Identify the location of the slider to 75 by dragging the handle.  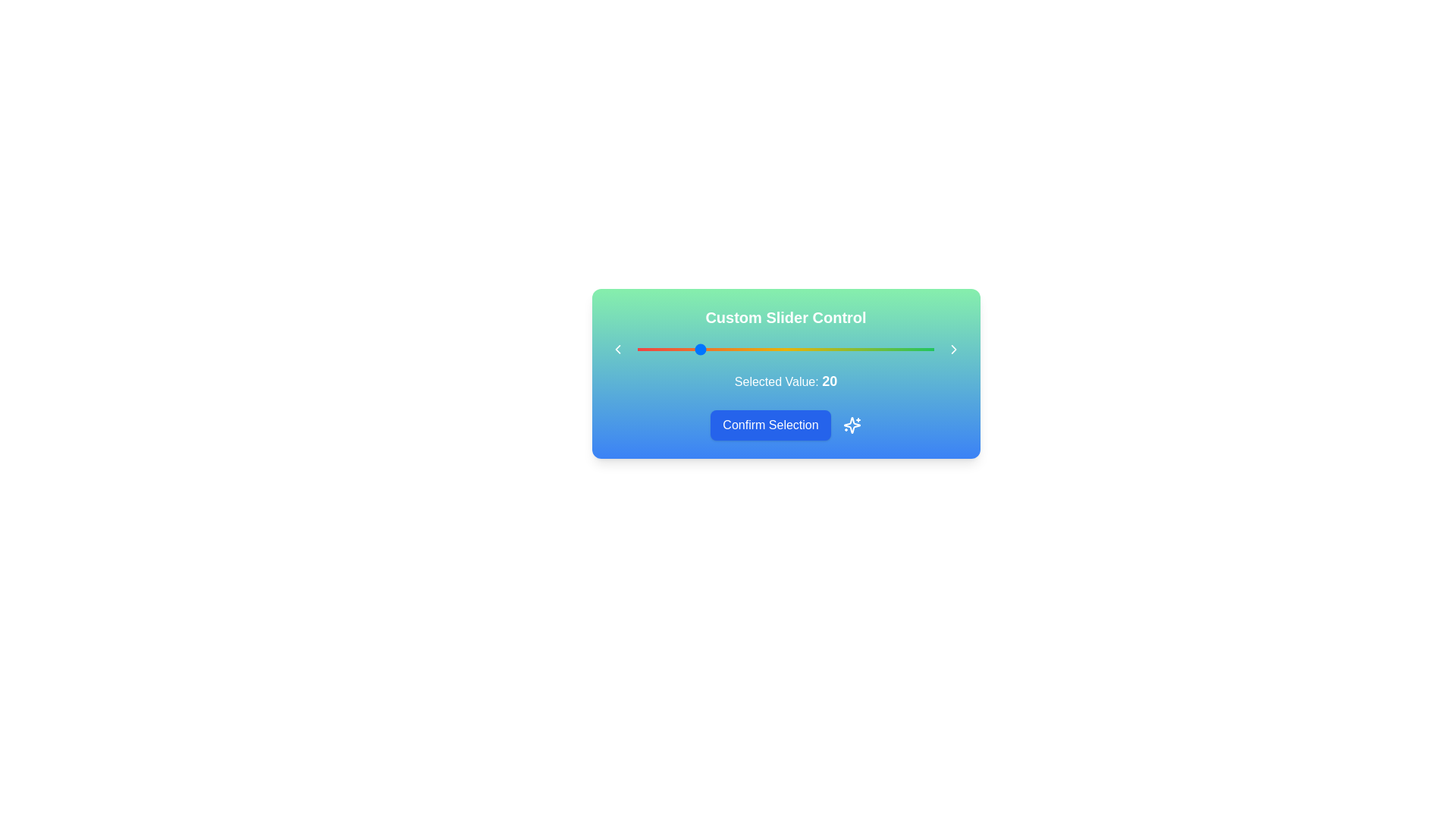
(860, 350).